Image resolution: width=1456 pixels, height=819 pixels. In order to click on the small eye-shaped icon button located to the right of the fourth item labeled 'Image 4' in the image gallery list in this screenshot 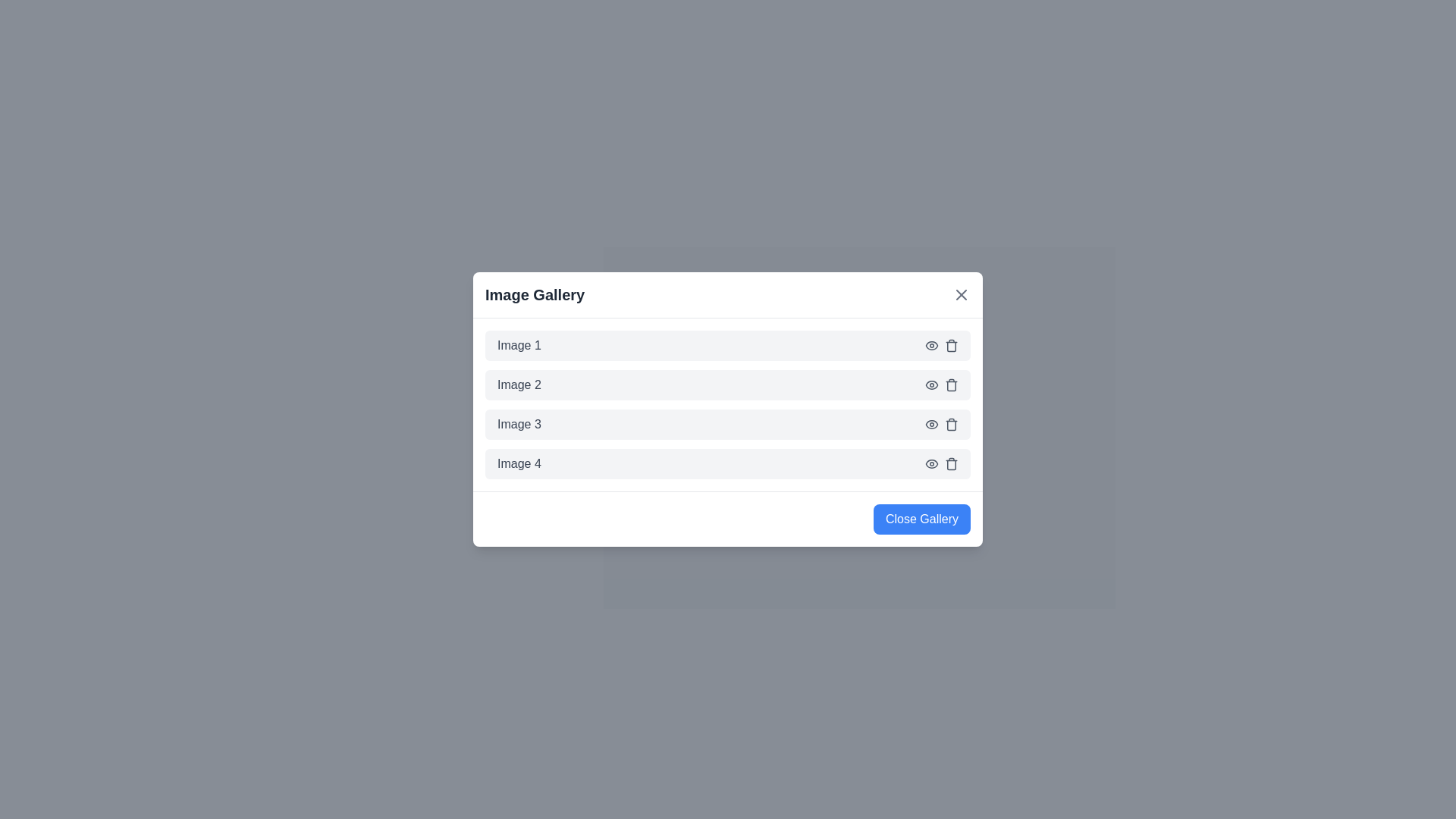, I will do `click(930, 463)`.